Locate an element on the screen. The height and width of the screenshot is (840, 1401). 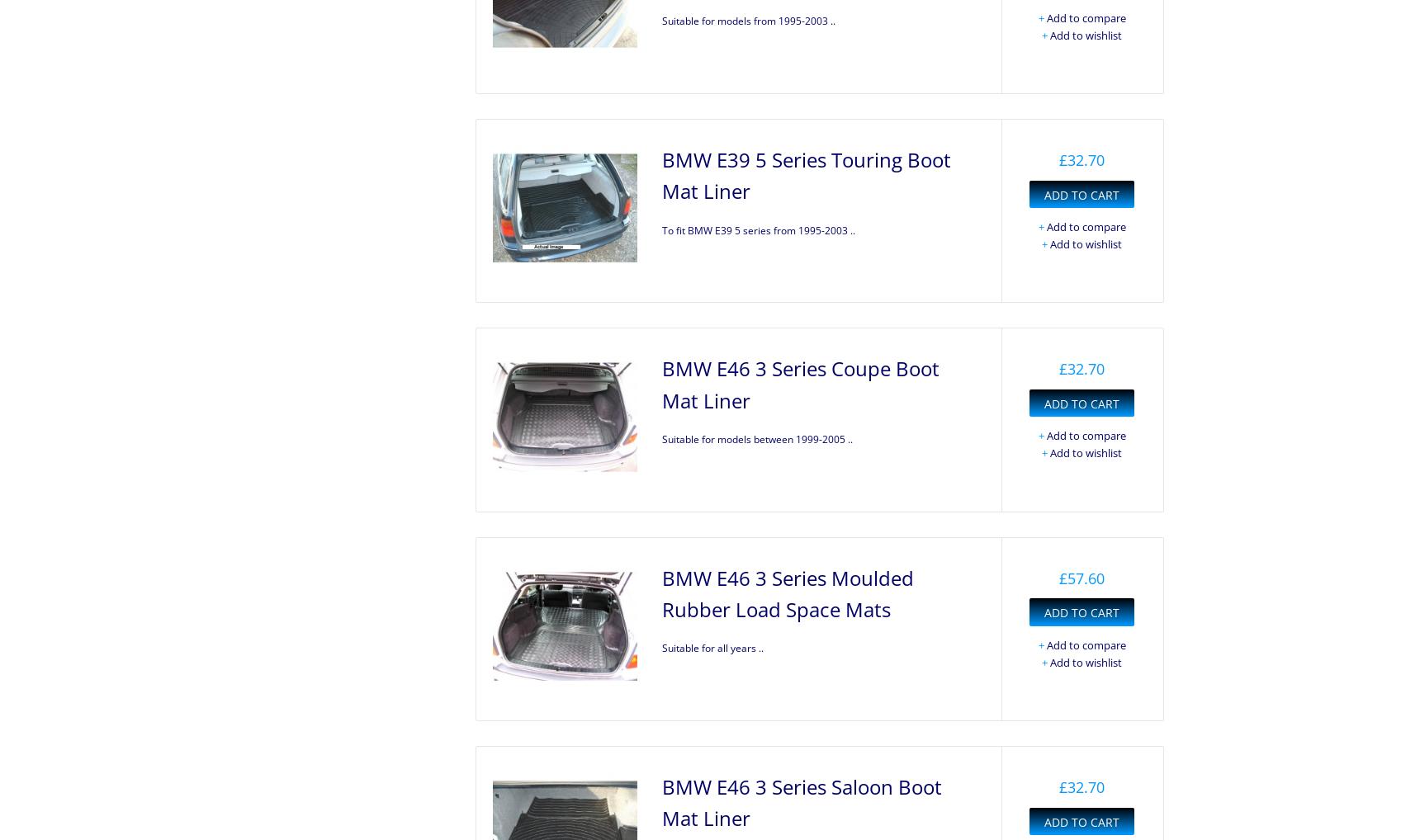
'To fit BMW E39 5 series from 1995-2003
..' is located at coordinates (757, 229).